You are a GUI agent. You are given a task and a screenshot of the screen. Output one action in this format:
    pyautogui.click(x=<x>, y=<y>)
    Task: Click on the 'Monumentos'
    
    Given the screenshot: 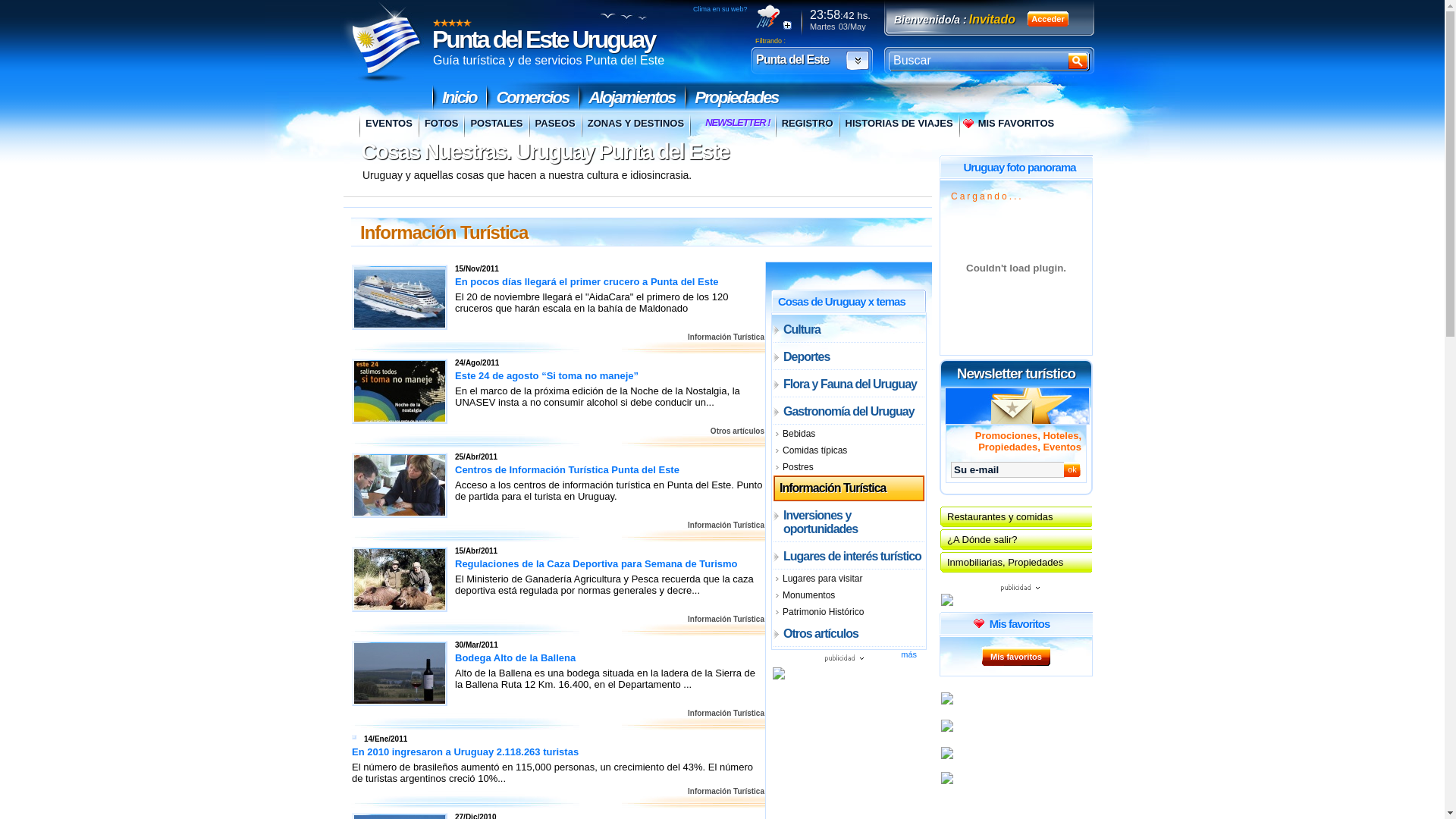 What is the action you would take?
    pyautogui.click(x=848, y=595)
    